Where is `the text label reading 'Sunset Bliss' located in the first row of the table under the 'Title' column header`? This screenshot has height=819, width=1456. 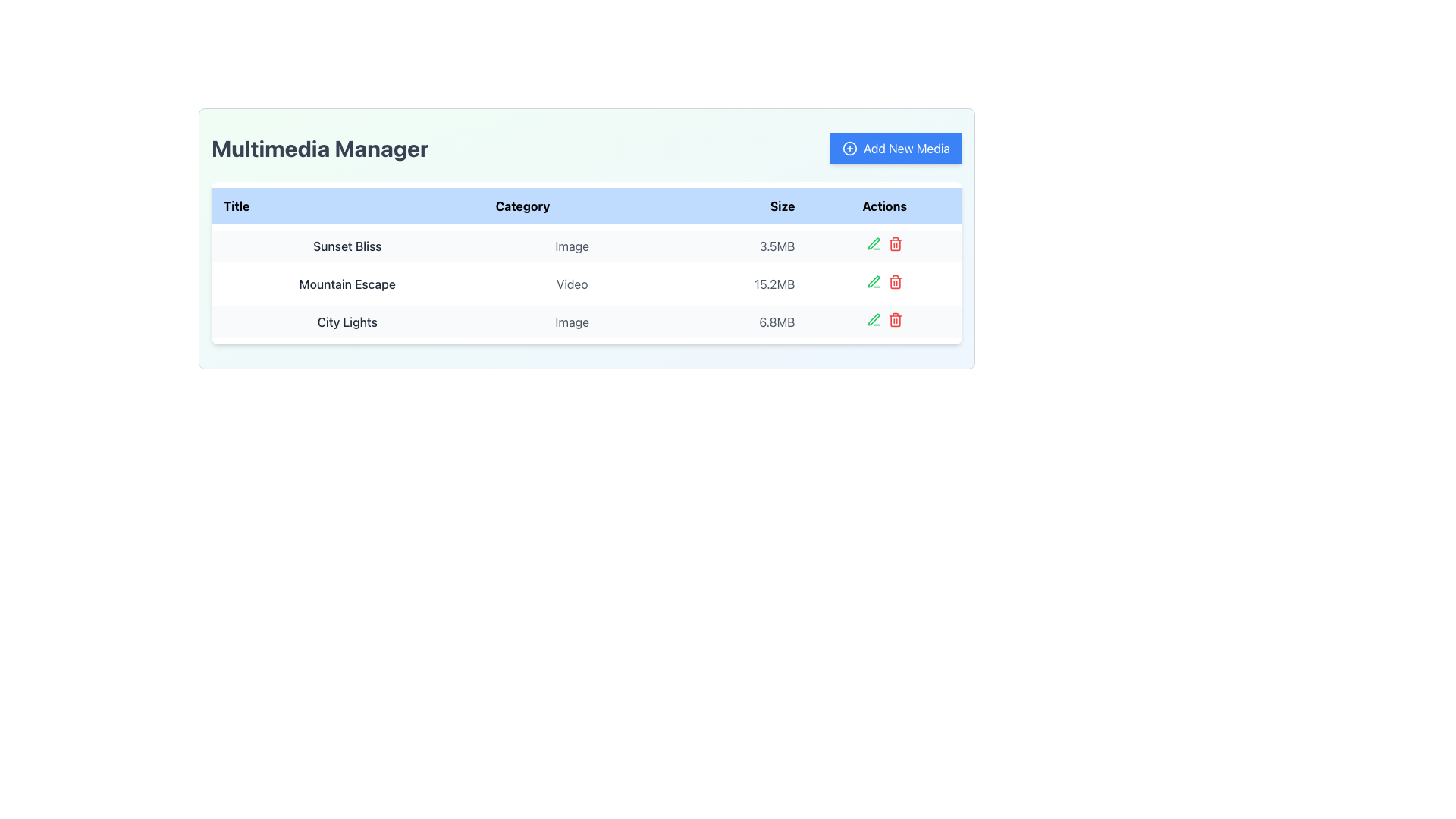 the text label reading 'Sunset Bliss' located in the first row of the table under the 'Title' column header is located at coordinates (347, 245).